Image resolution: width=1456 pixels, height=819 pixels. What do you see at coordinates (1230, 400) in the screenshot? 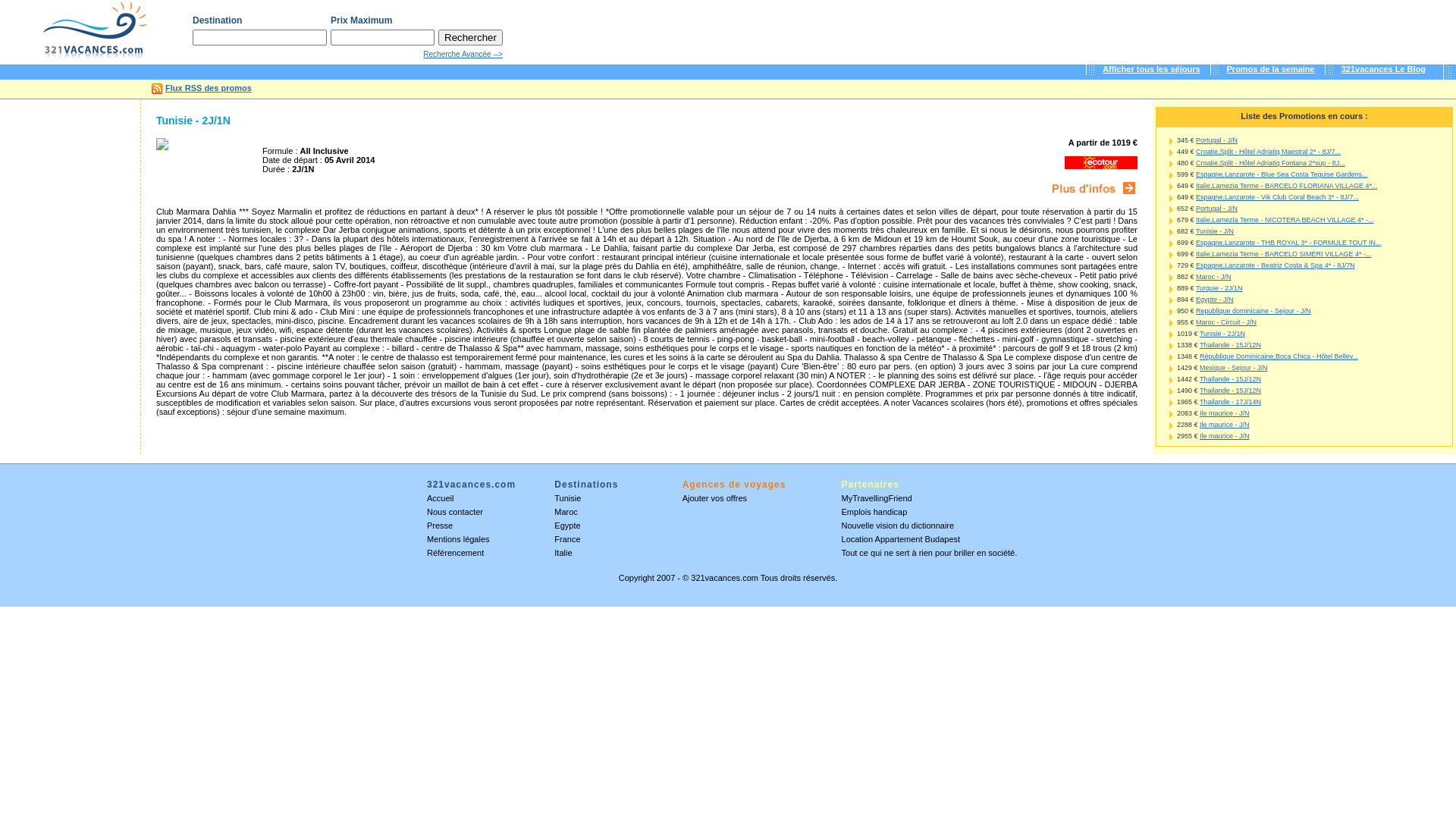
I see `'Thailande - 17J/14N'` at bounding box center [1230, 400].